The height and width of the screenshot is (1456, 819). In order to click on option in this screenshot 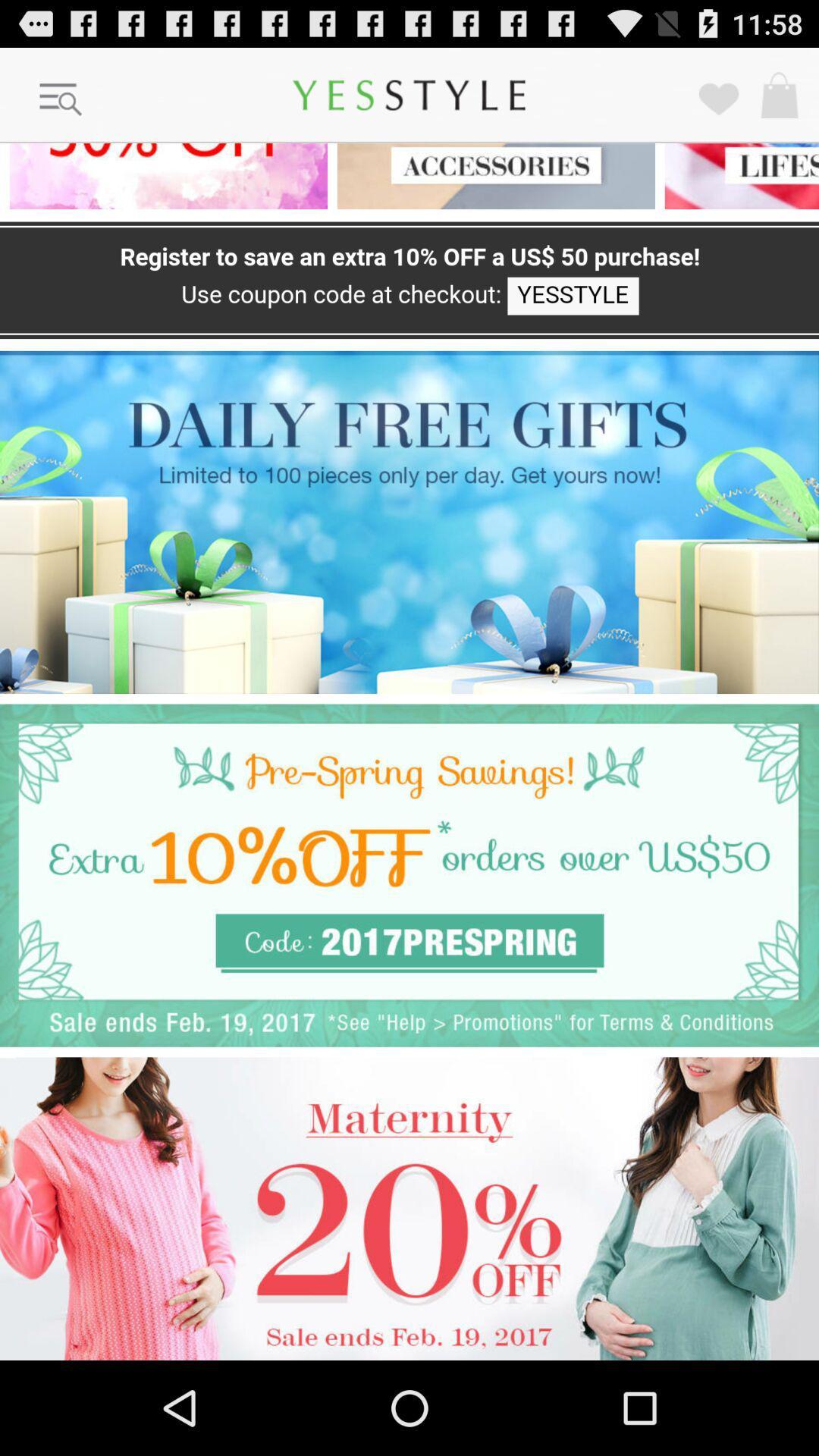, I will do `click(409, 522)`.